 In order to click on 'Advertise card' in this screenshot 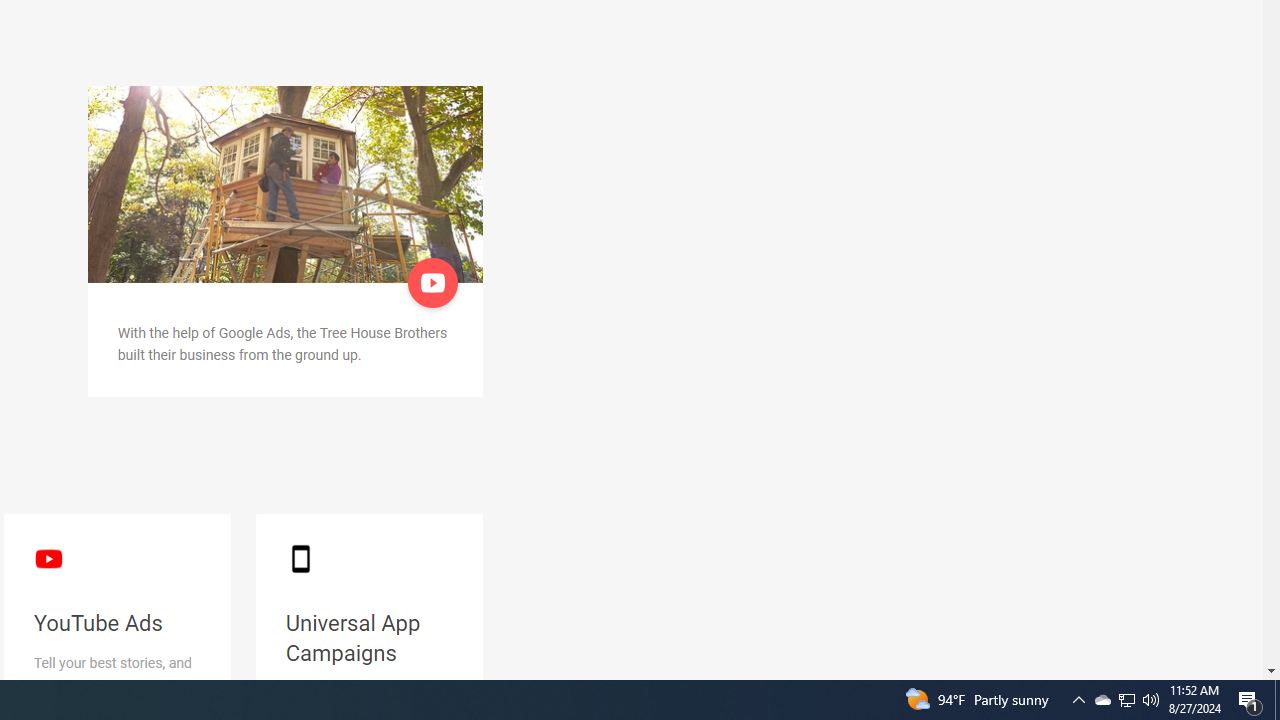, I will do `click(284, 184)`.